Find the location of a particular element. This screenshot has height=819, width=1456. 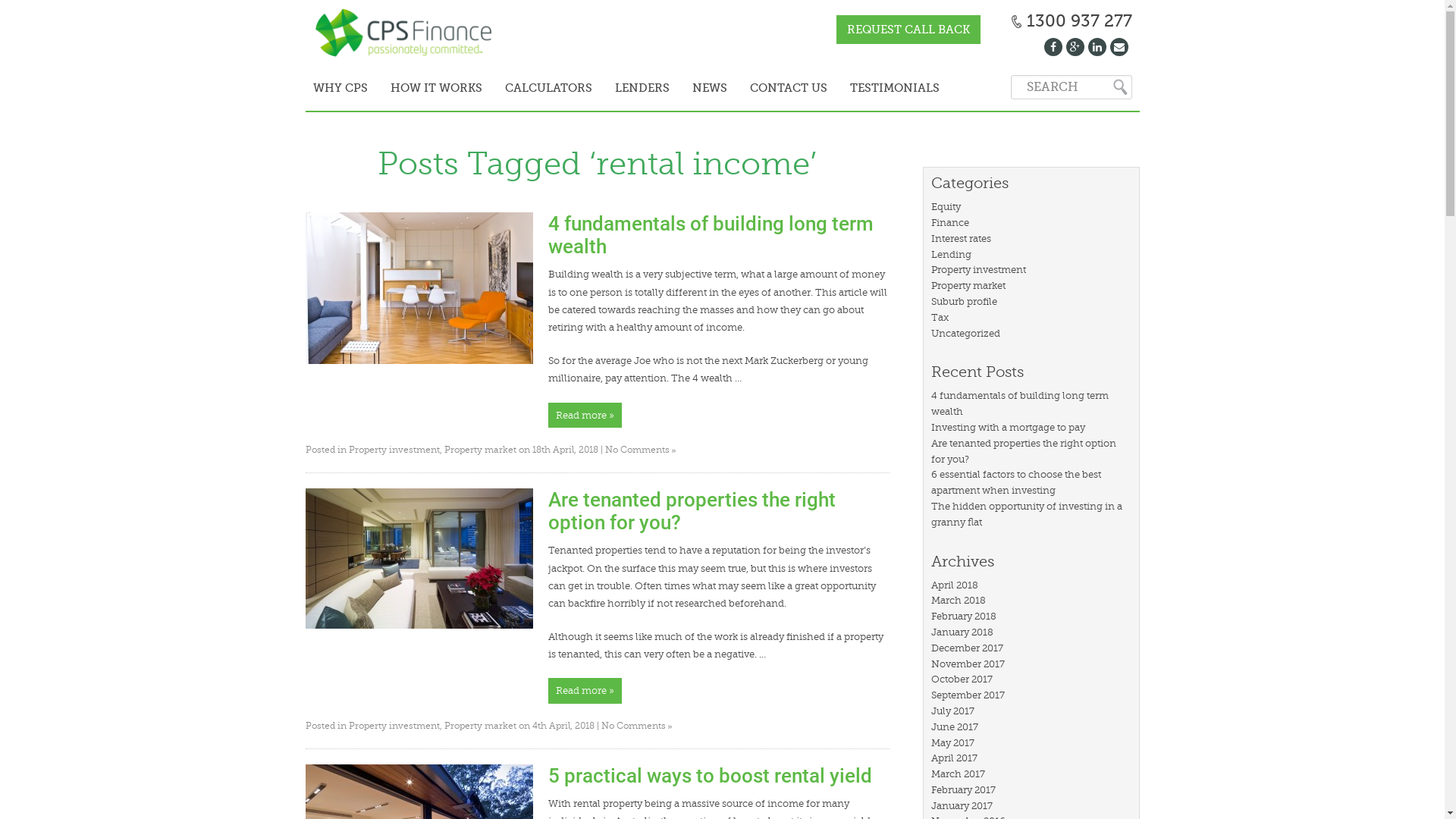

'March 2018' is located at coordinates (930, 599).